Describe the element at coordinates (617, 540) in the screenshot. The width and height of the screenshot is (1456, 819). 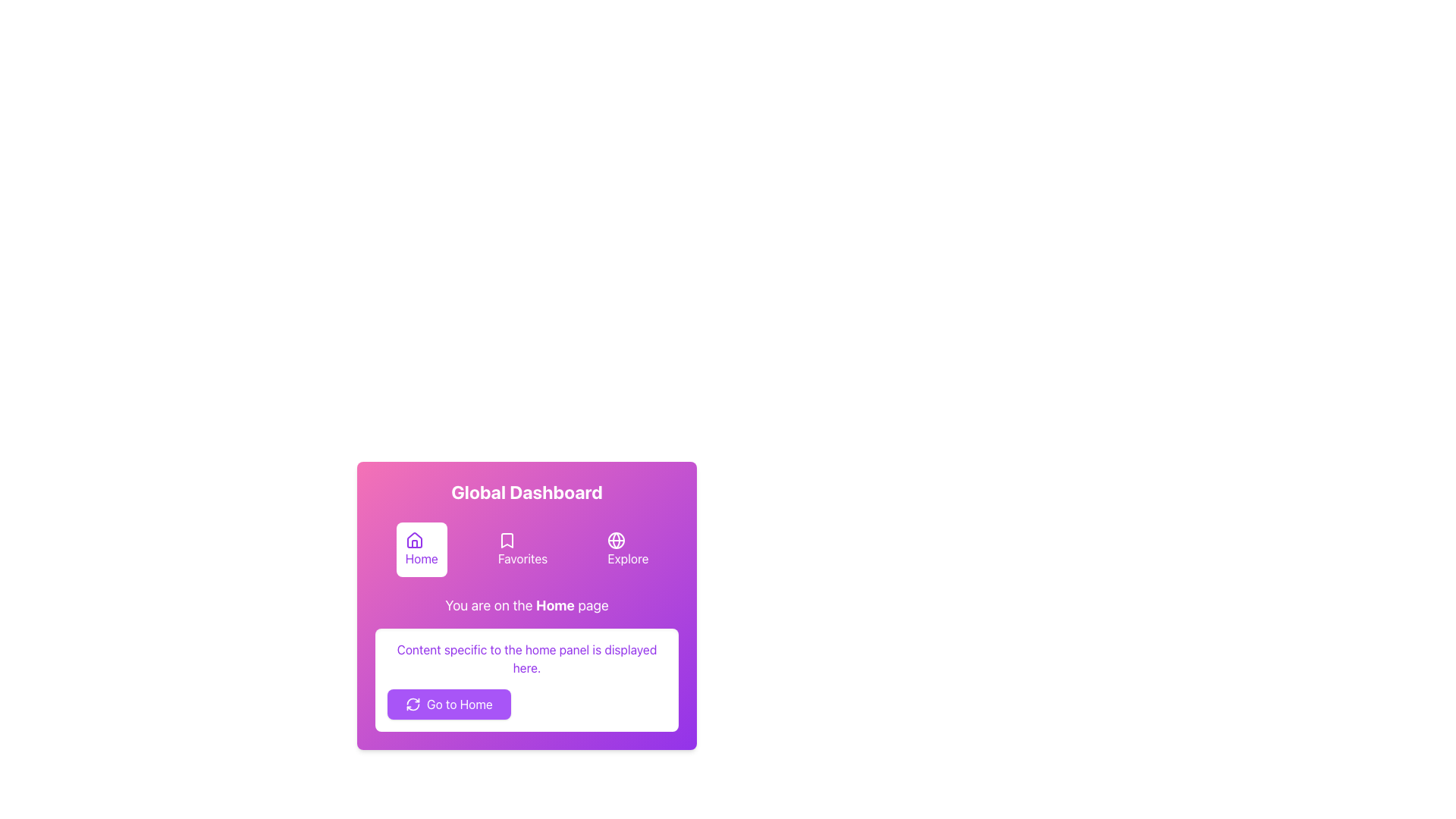
I see `the globe icon SVG within the 'Explore' button to trigger the tooltip or highlight effect` at that location.